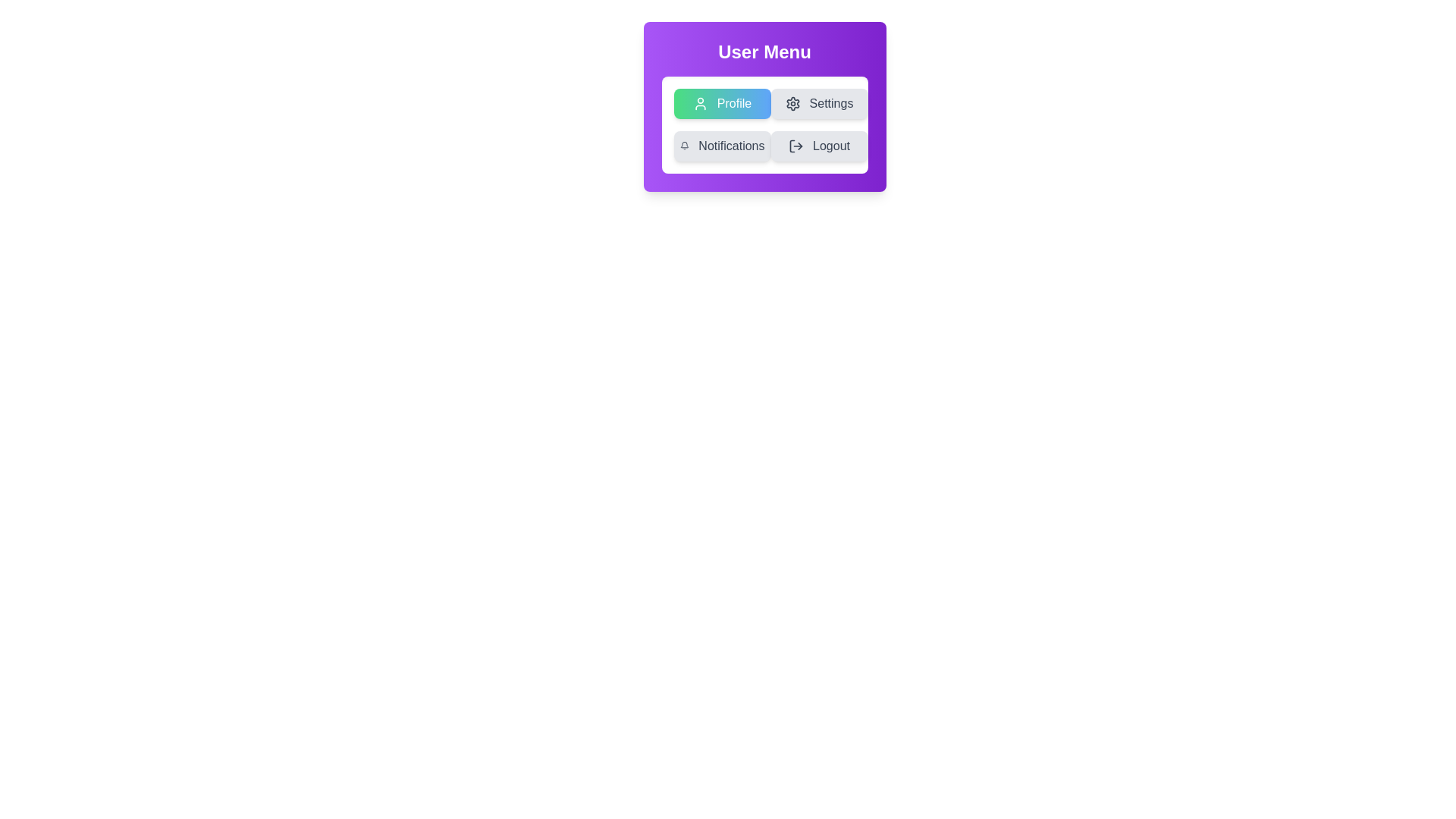 The height and width of the screenshot is (819, 1456). I want to click on the menu option Notifications by clicking on its button, so click(721, 146).